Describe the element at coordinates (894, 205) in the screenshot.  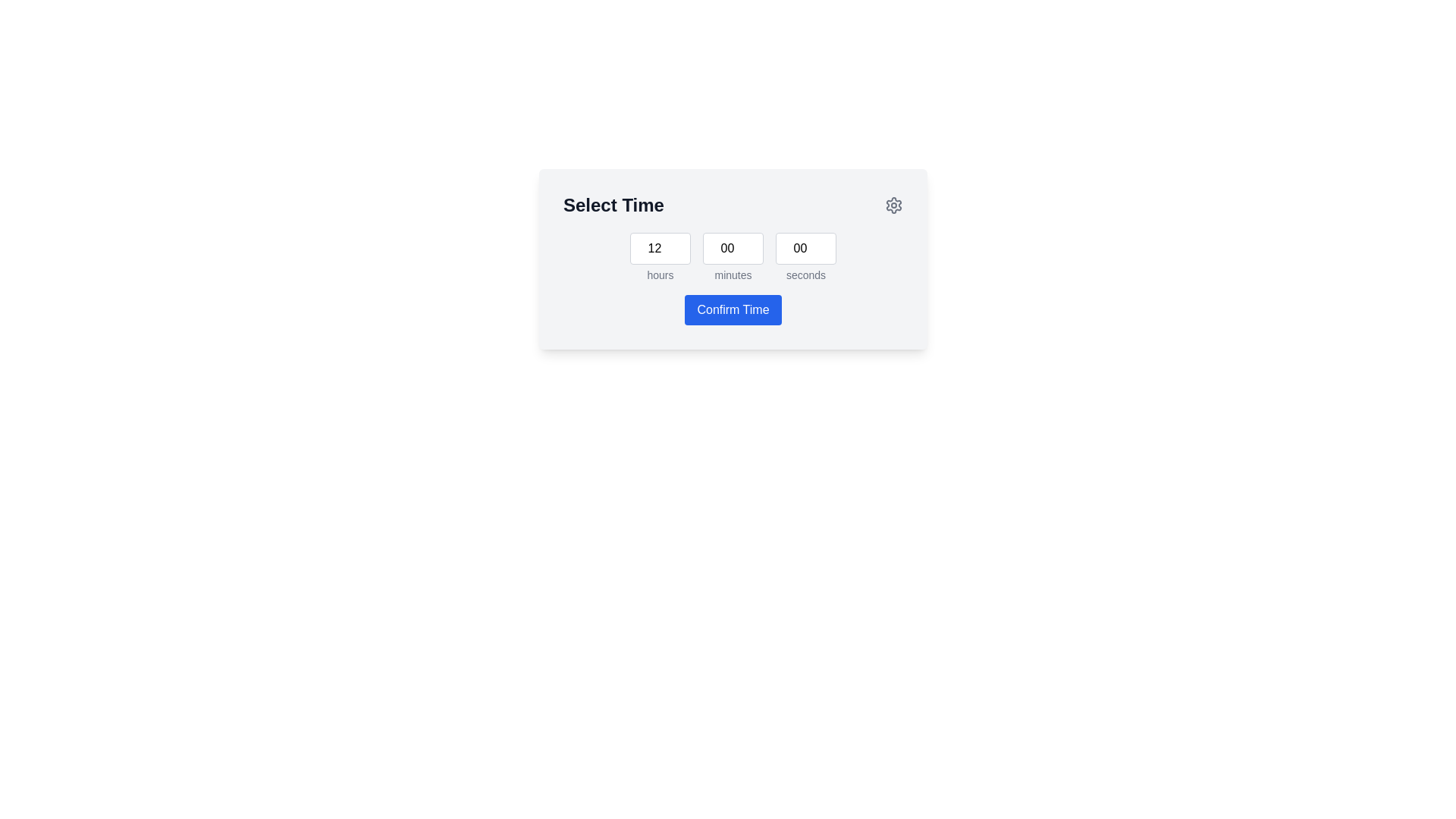
I see `the gear-shaped icon button located in the upper-right section of the 'Select Time' modal` at that location.